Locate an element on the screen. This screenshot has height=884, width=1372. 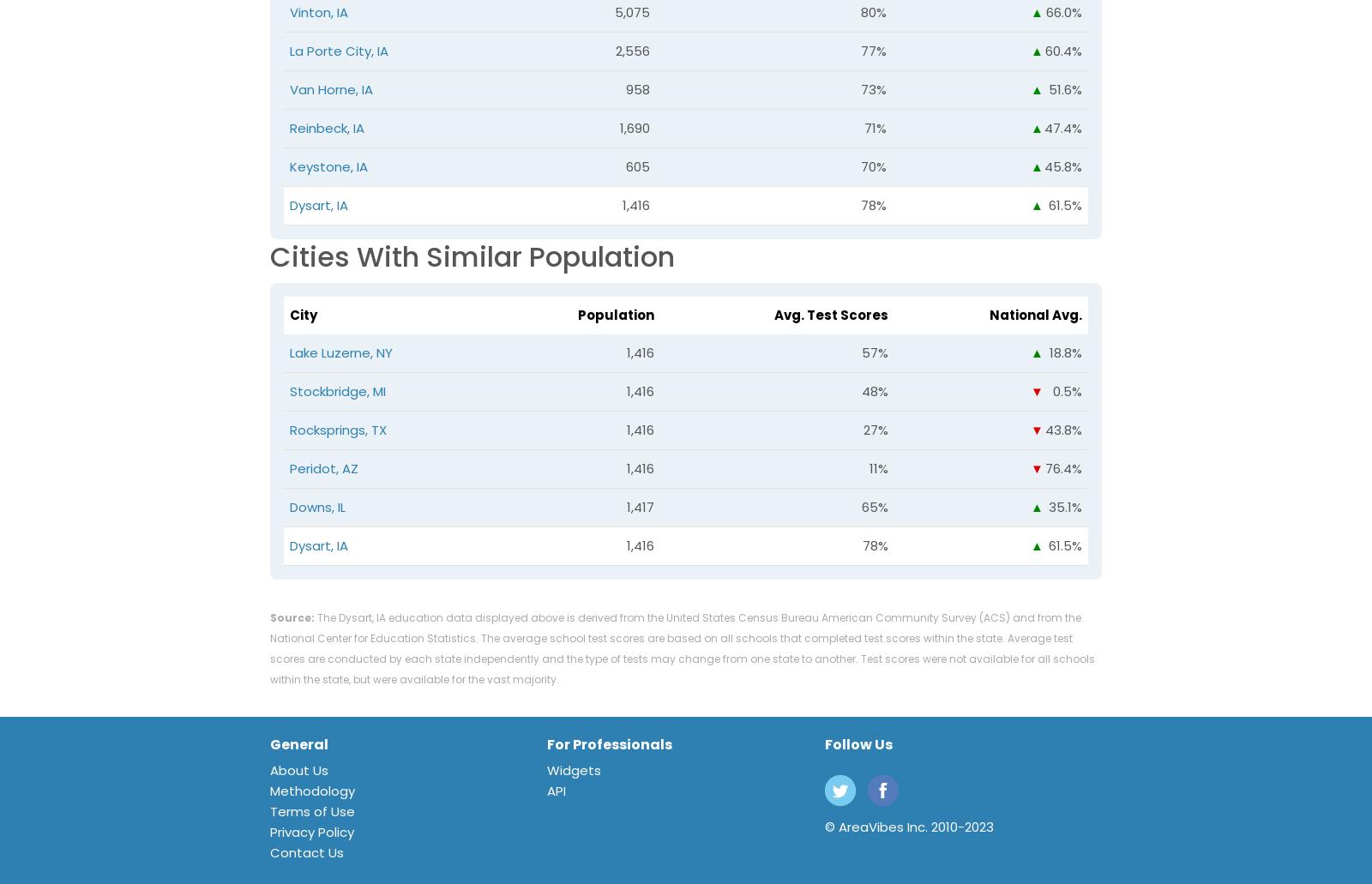
'For Professionals' is located at coordinates (610, 744).